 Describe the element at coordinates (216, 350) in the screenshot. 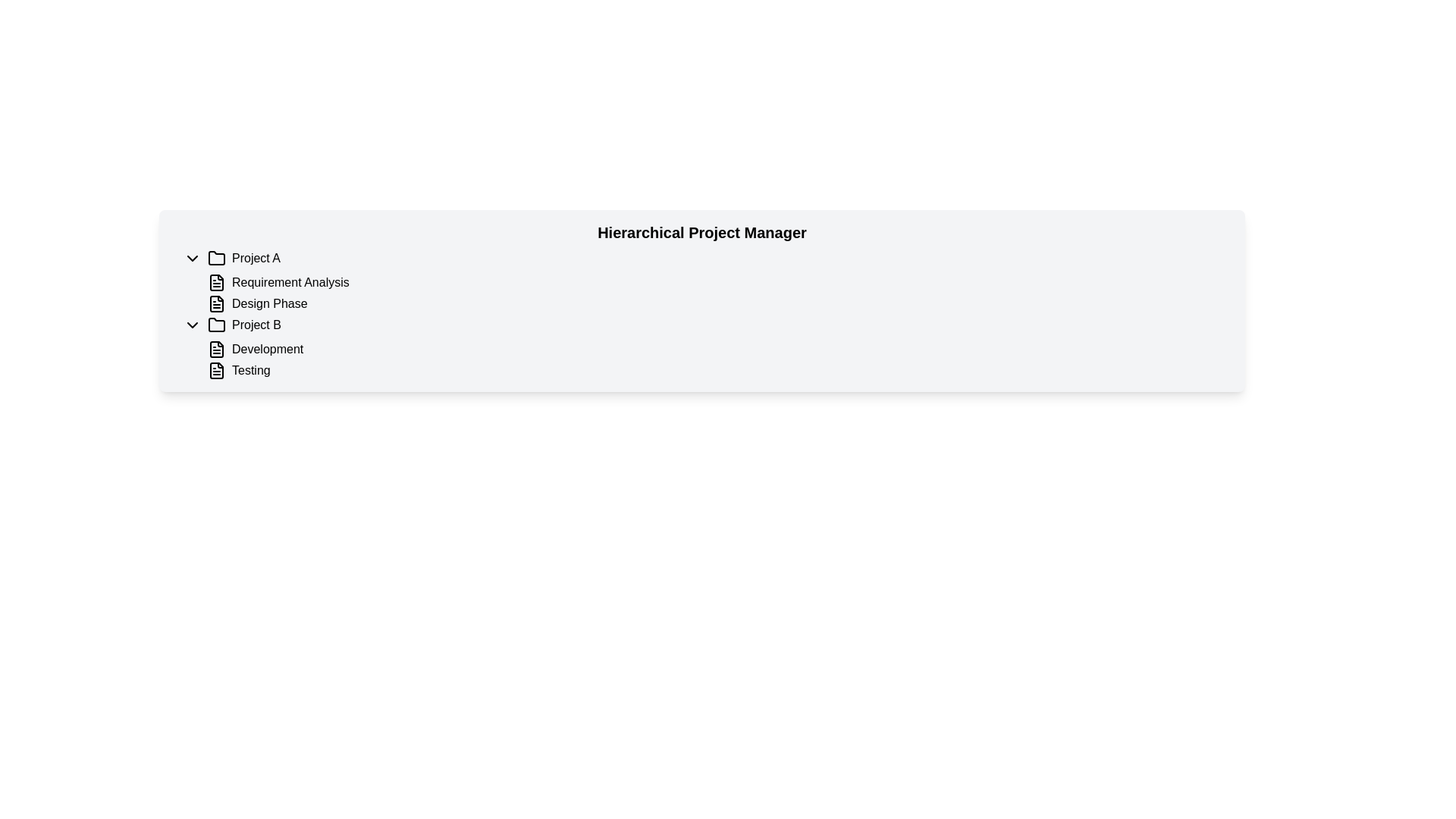

I see `the document icon associated with the 'Development' task in the expanded view of 'Project B', located next to the text label 'Development'` at that location.